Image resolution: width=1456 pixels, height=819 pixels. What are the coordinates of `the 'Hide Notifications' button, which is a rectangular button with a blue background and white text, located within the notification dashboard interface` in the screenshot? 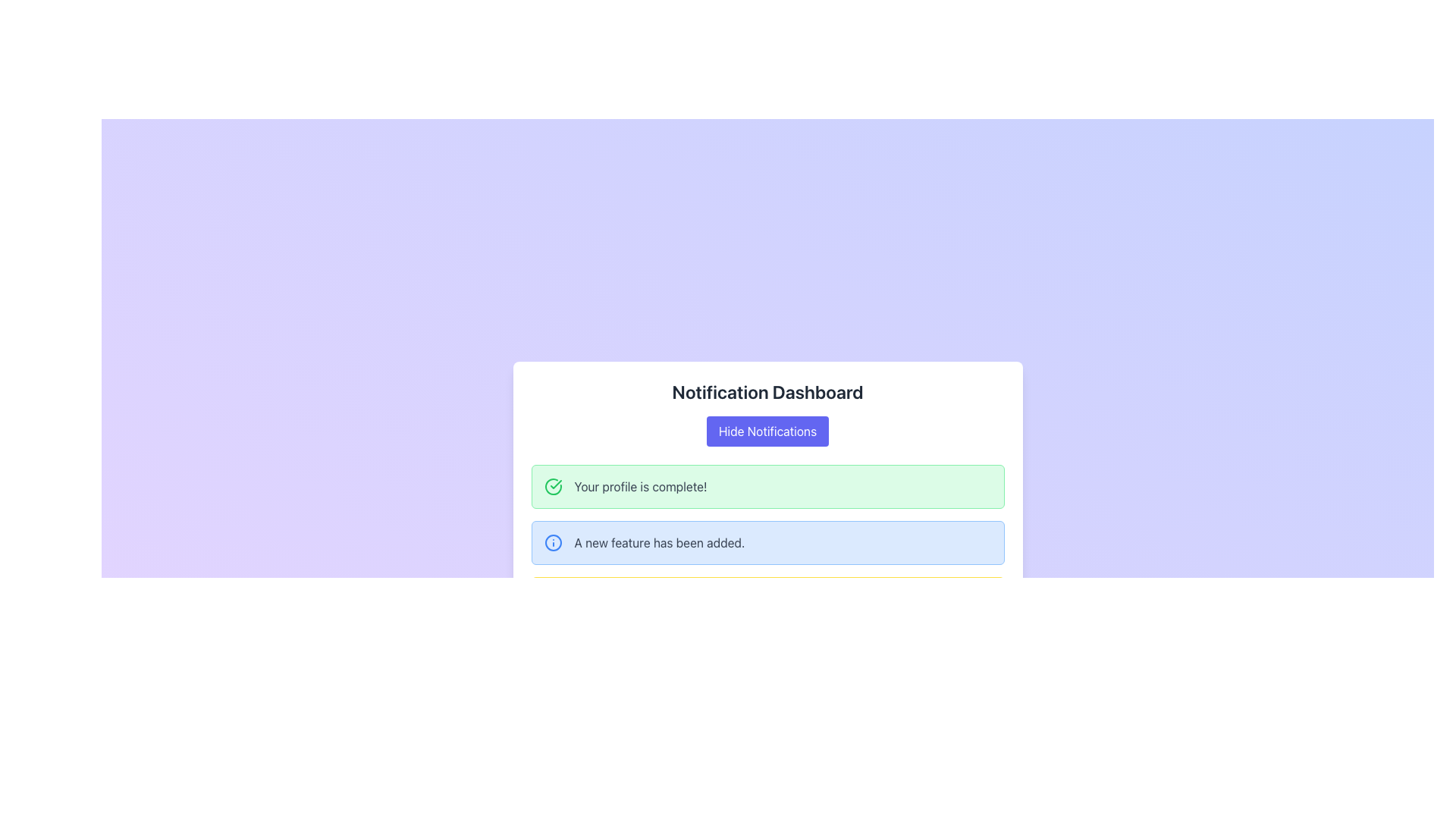 It's located at (767, 431).